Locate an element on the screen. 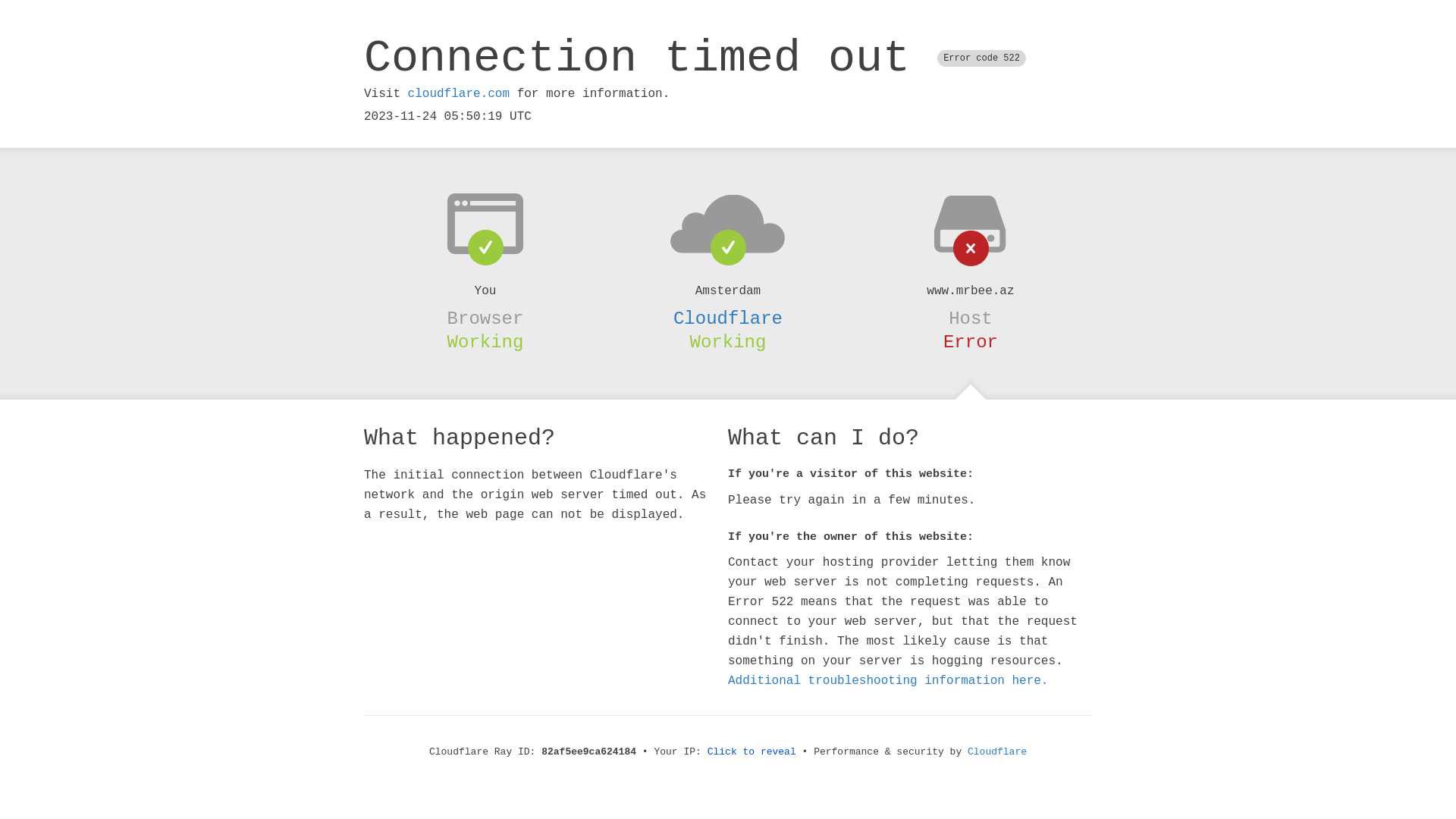  'Cloudflare' is located at coordinates (997, 752).